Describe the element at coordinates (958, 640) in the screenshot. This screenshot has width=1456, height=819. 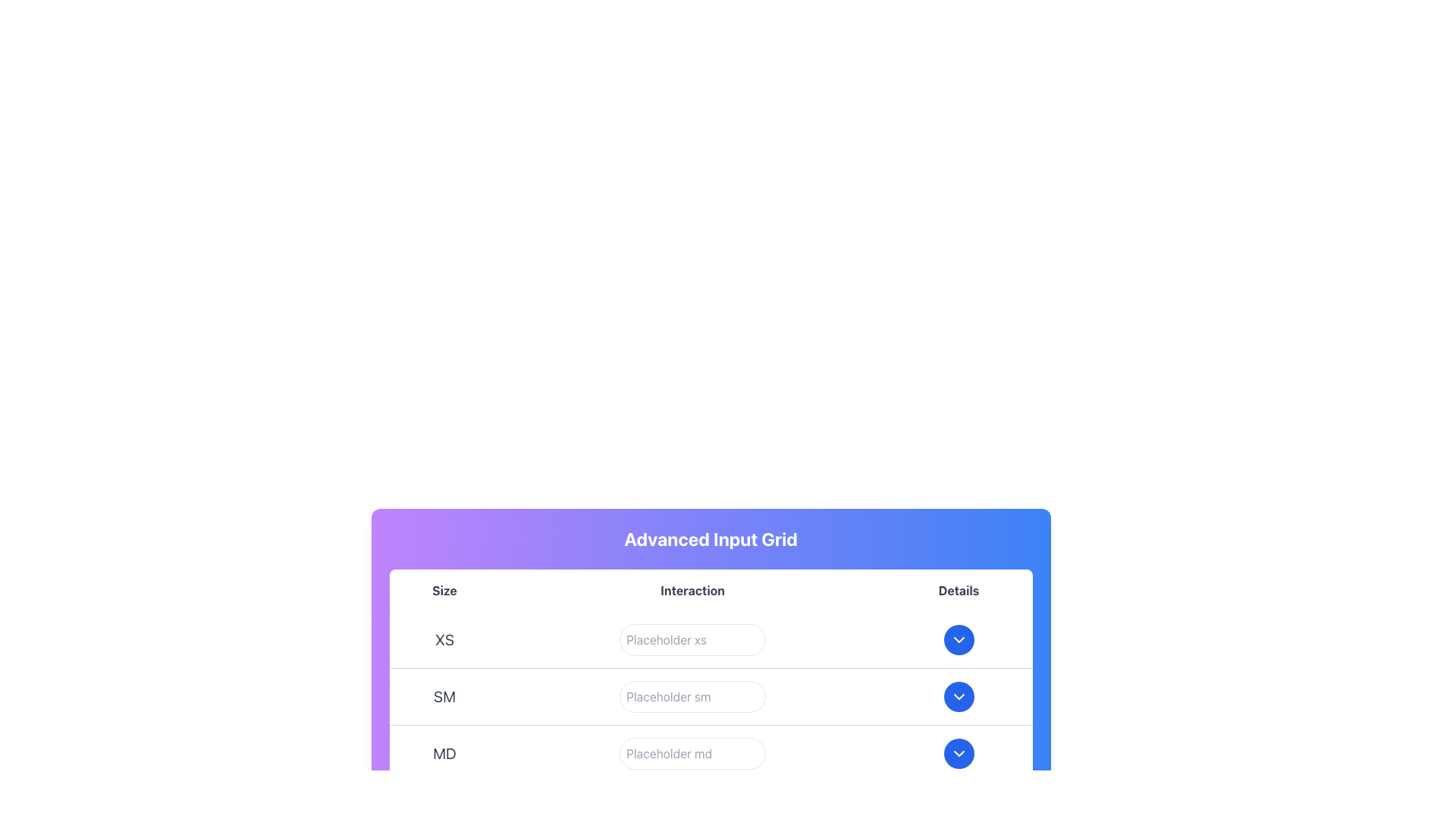
I see `the circular blue button with a white chevron pointing downwards in the 'Details' column of the grid layout` at that location.